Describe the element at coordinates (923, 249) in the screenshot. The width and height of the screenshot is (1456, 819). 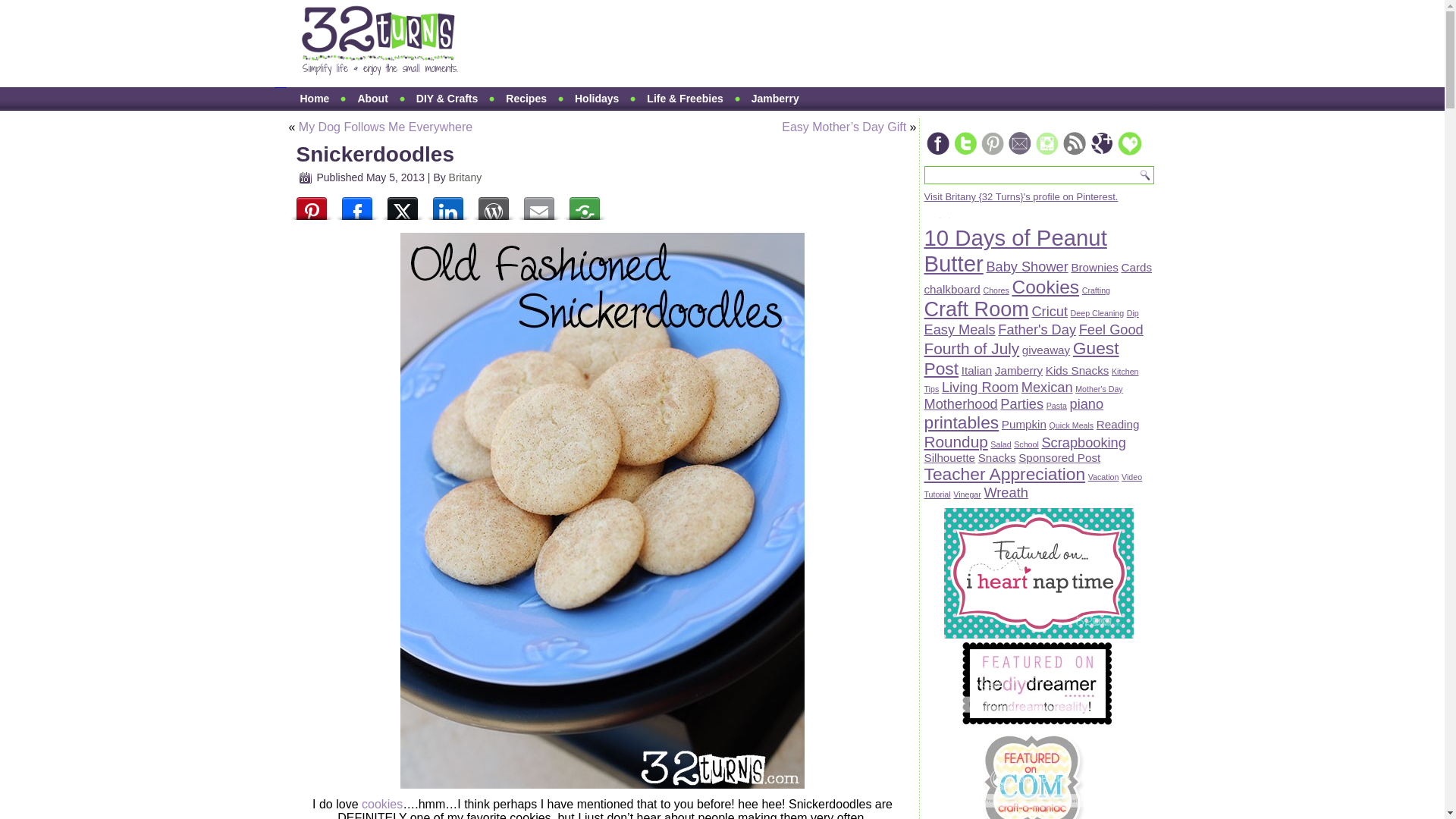
I see `'10 Days of Peanut Butter'` at that location.